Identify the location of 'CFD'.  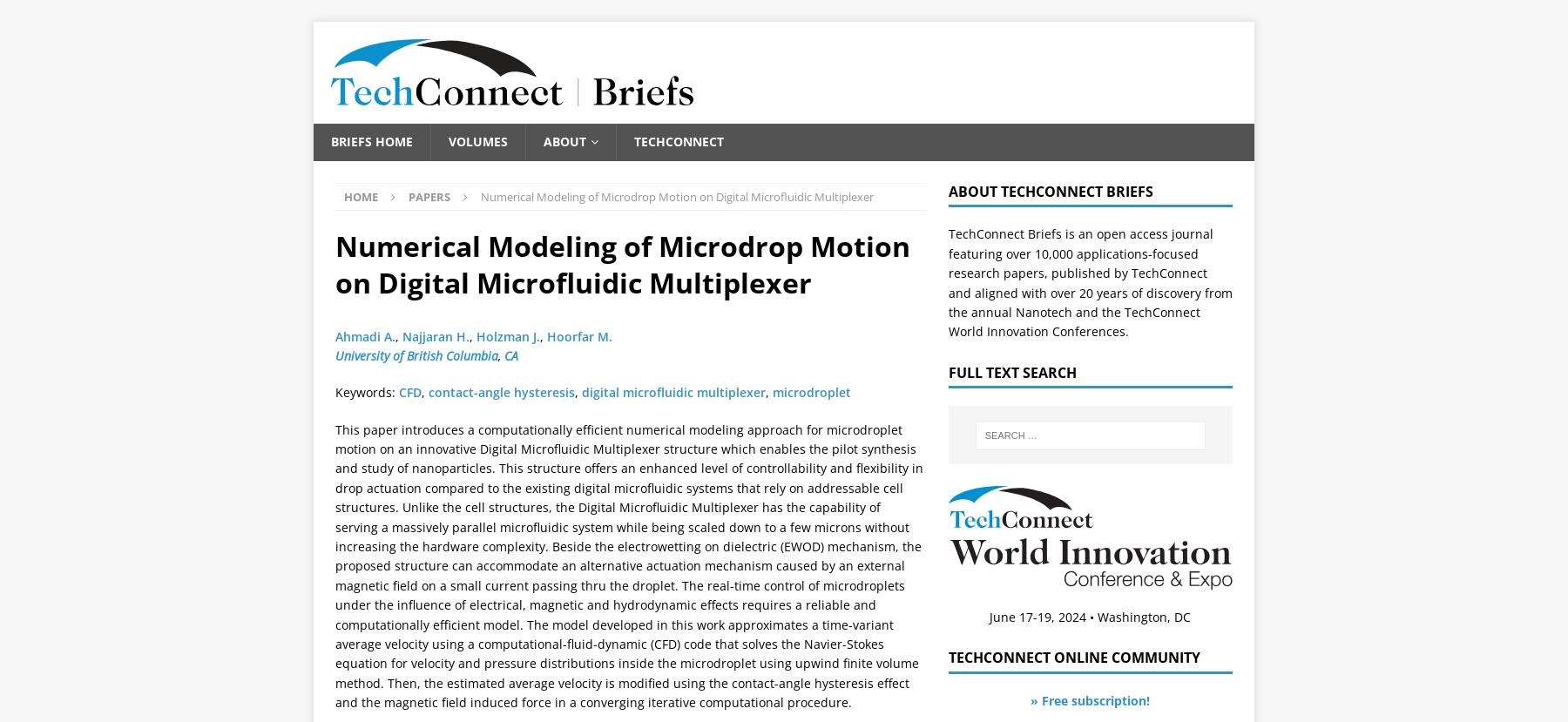
(409, 391).